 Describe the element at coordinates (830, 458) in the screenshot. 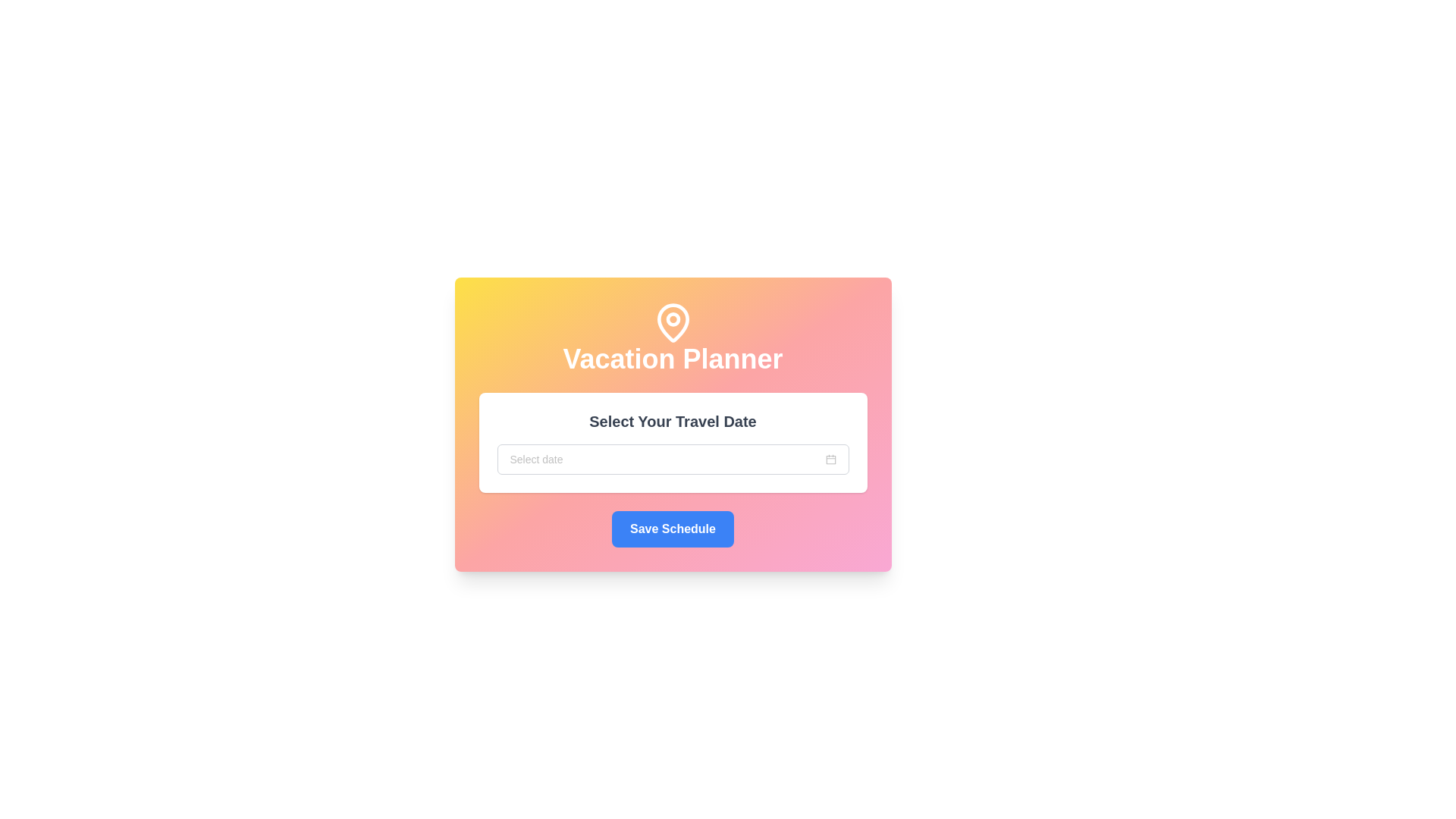

I see `the calendar icon button located at the far-right edge of the 'Select date' input field` at that location.